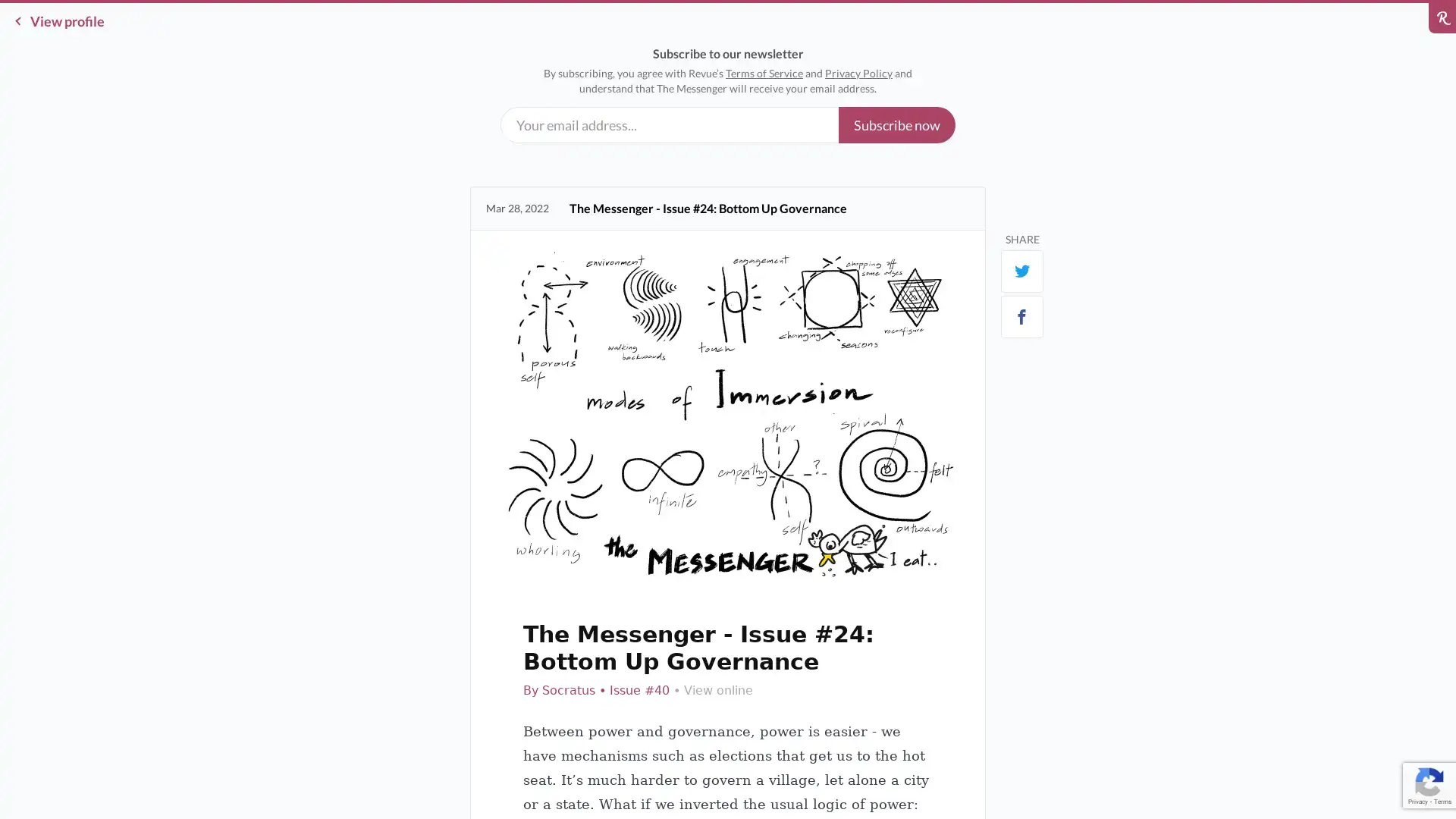 The image size is (1456, 819). Describe the element at coordinates (896, 124) in the screenshot. I see `Subscribe now` at that location.